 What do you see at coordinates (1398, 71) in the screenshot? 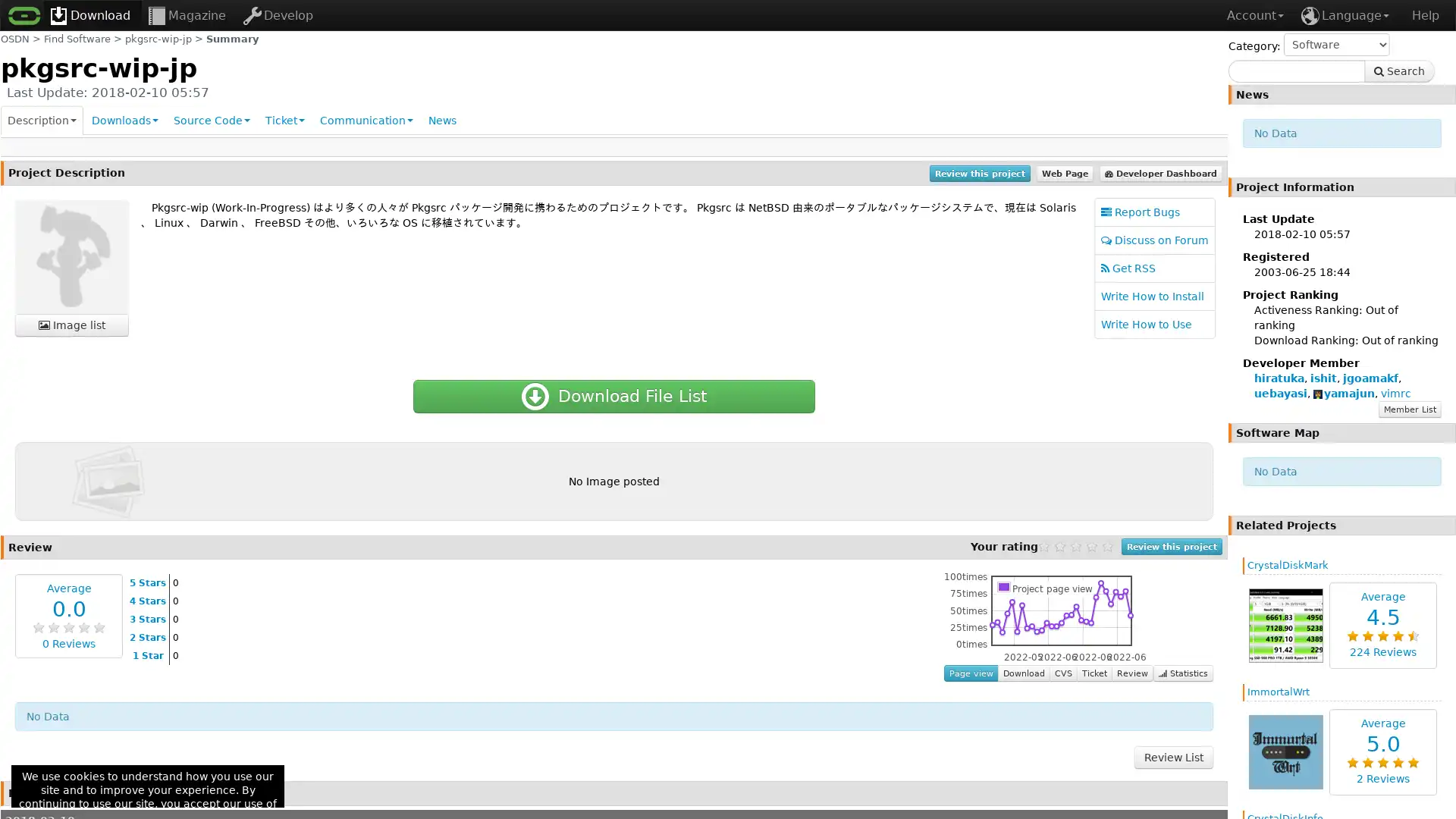
I see `Search` at bounding box center [1398, 71].